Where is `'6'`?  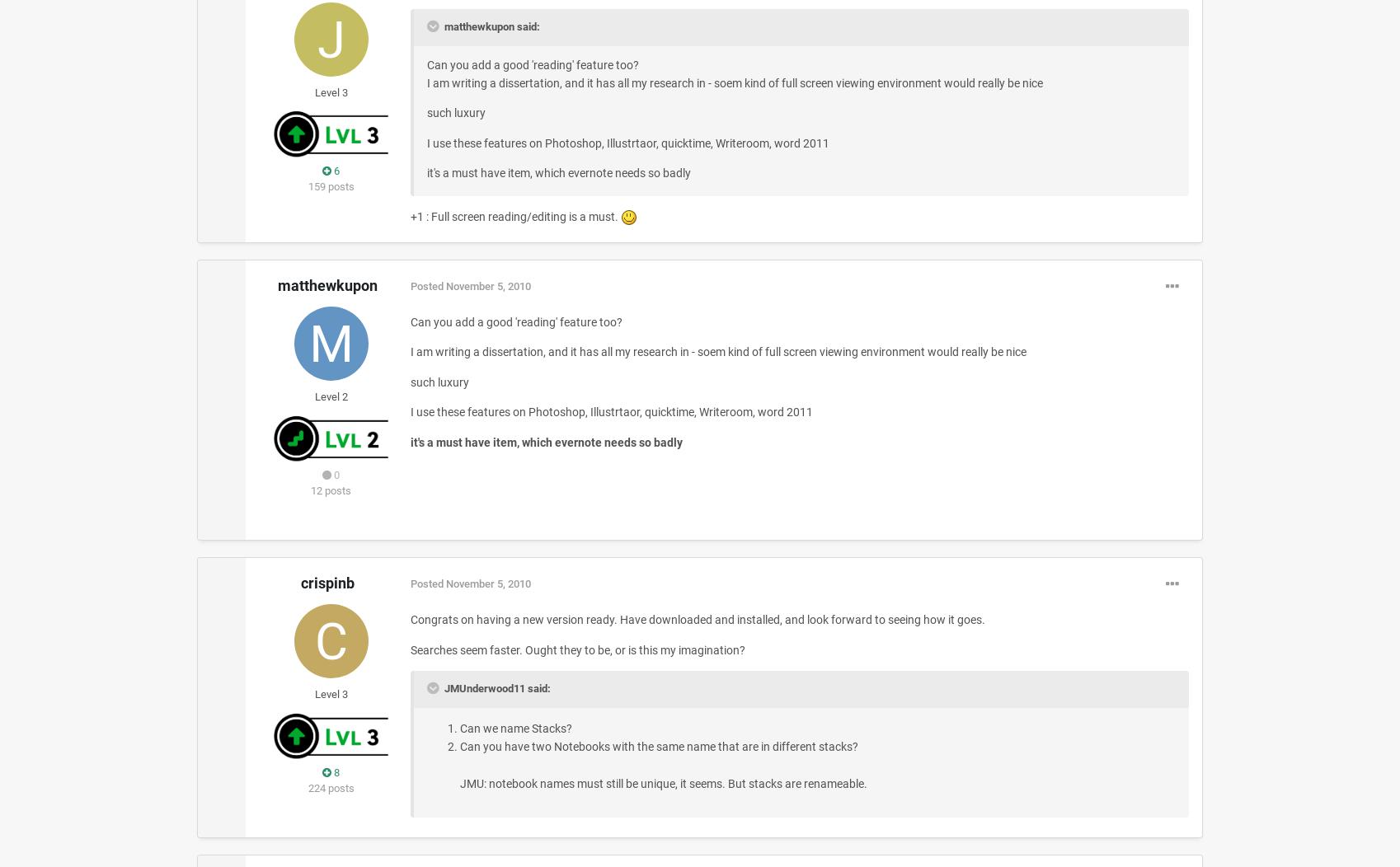 '6' is located at coordinates (336, 170).